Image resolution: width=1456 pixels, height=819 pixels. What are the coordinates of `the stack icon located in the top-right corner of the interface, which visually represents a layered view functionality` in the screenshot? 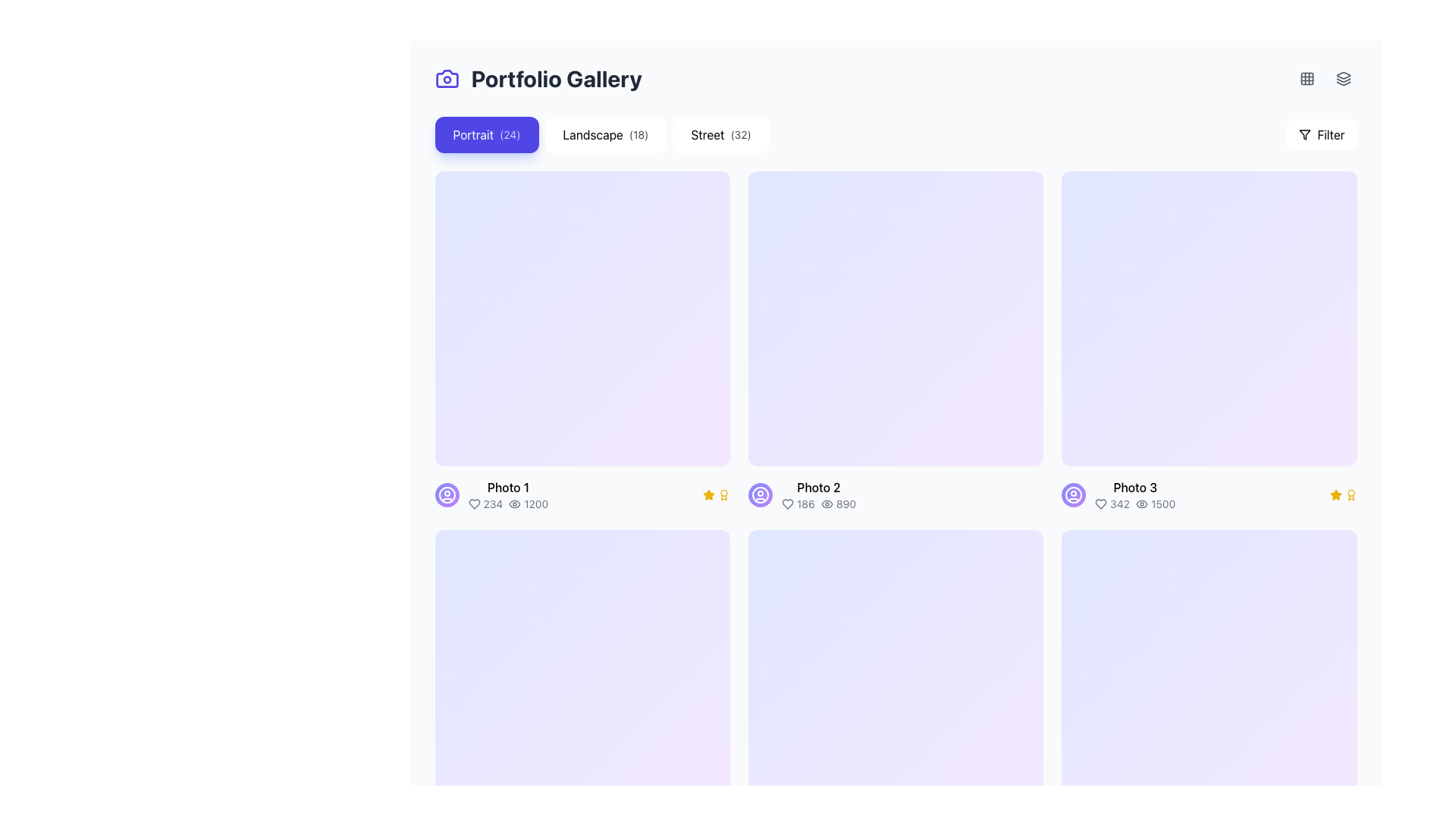 It's located at (1343, 83).